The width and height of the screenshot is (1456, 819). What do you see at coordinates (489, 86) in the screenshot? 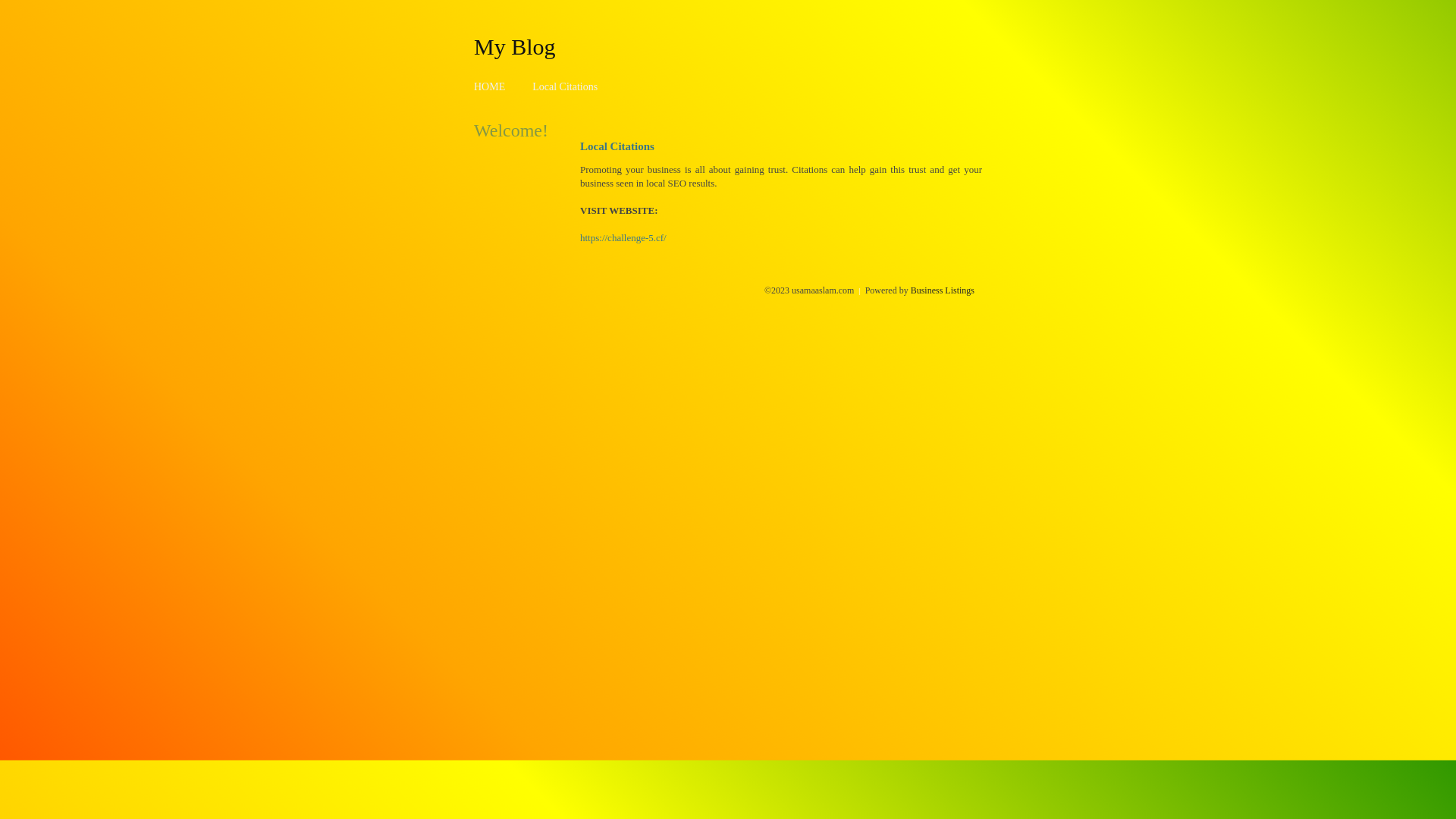
I see `'HOME'` at bounding box center [489, 86].